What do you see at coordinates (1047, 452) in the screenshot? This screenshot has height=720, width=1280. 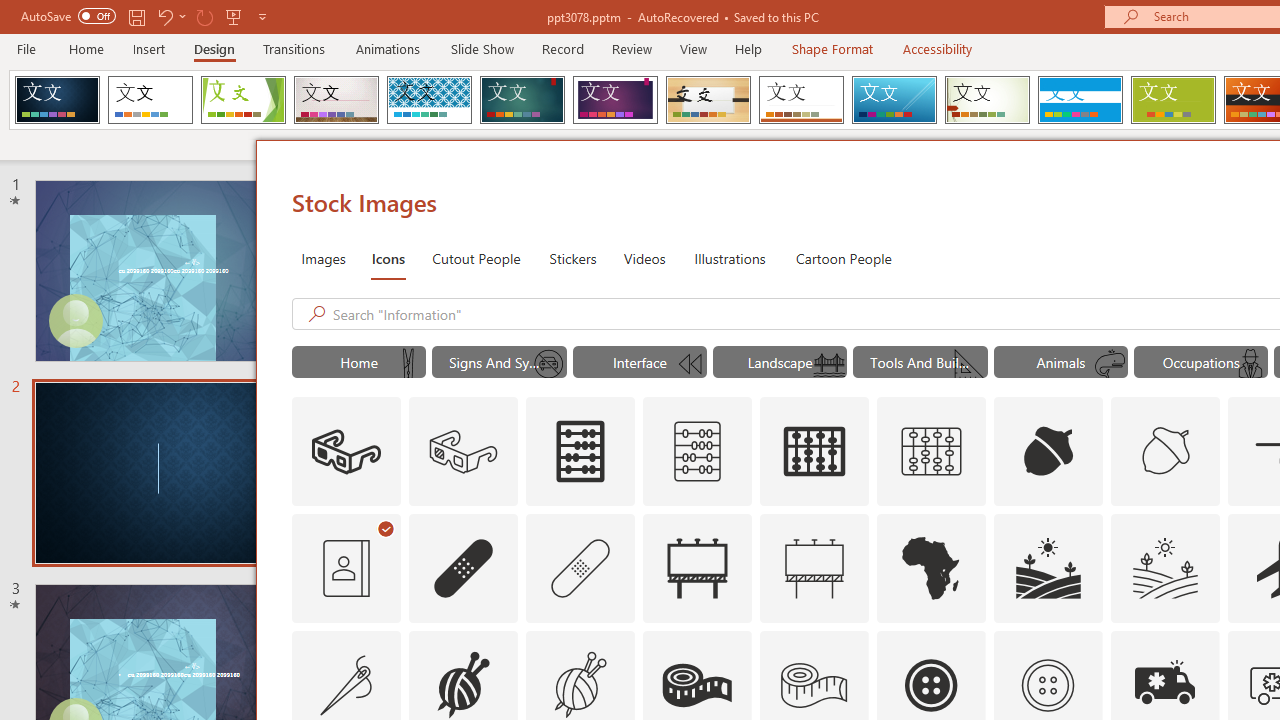 I see `'AutomationID: Icons_Acorn'` at bounding box center [1047, 452].